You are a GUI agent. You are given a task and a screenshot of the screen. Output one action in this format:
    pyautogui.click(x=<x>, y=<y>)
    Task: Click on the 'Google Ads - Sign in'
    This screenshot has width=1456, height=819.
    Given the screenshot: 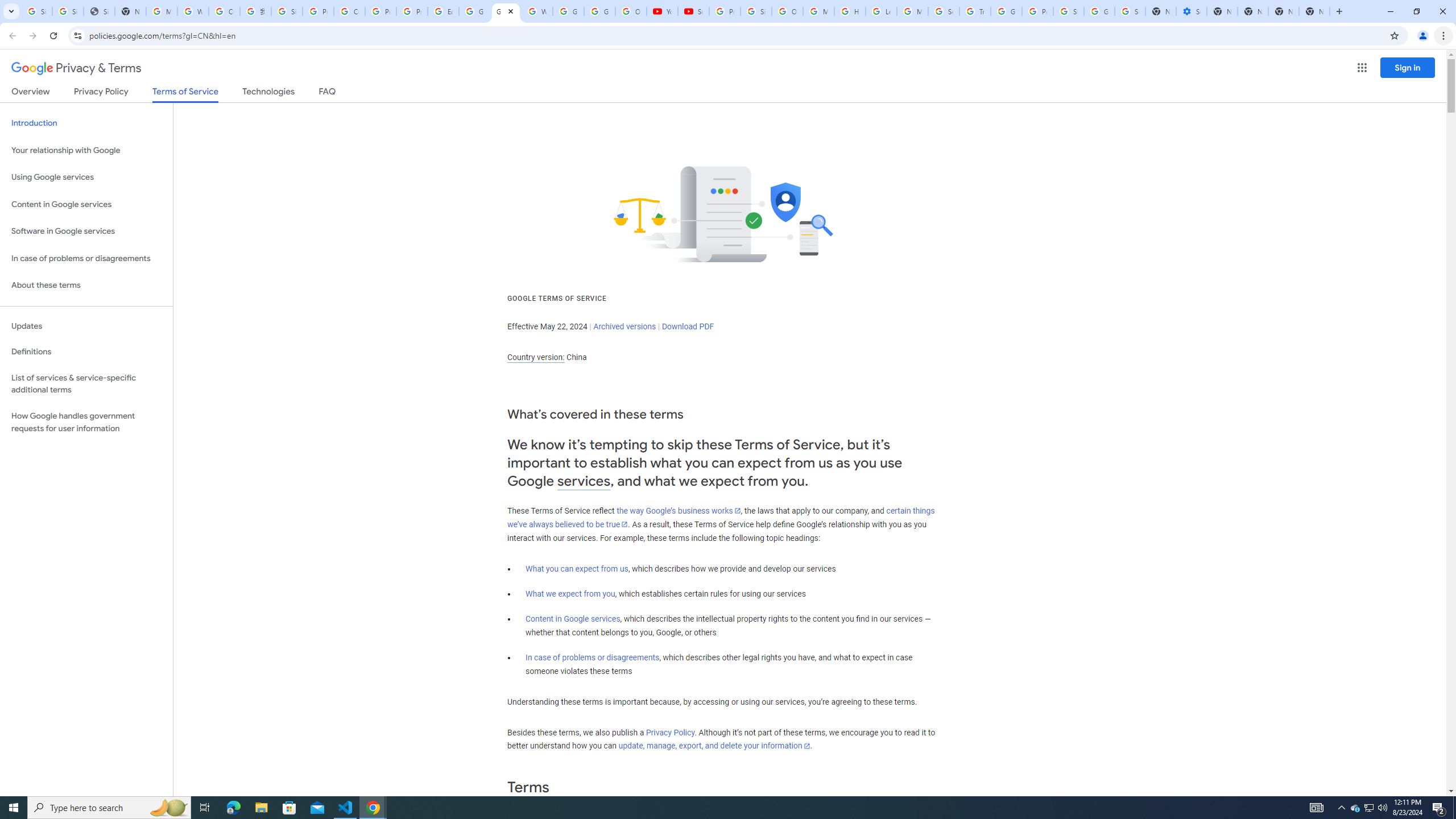 What is the action you would take?
    pyautogui.click(x=1006, y=11)
    